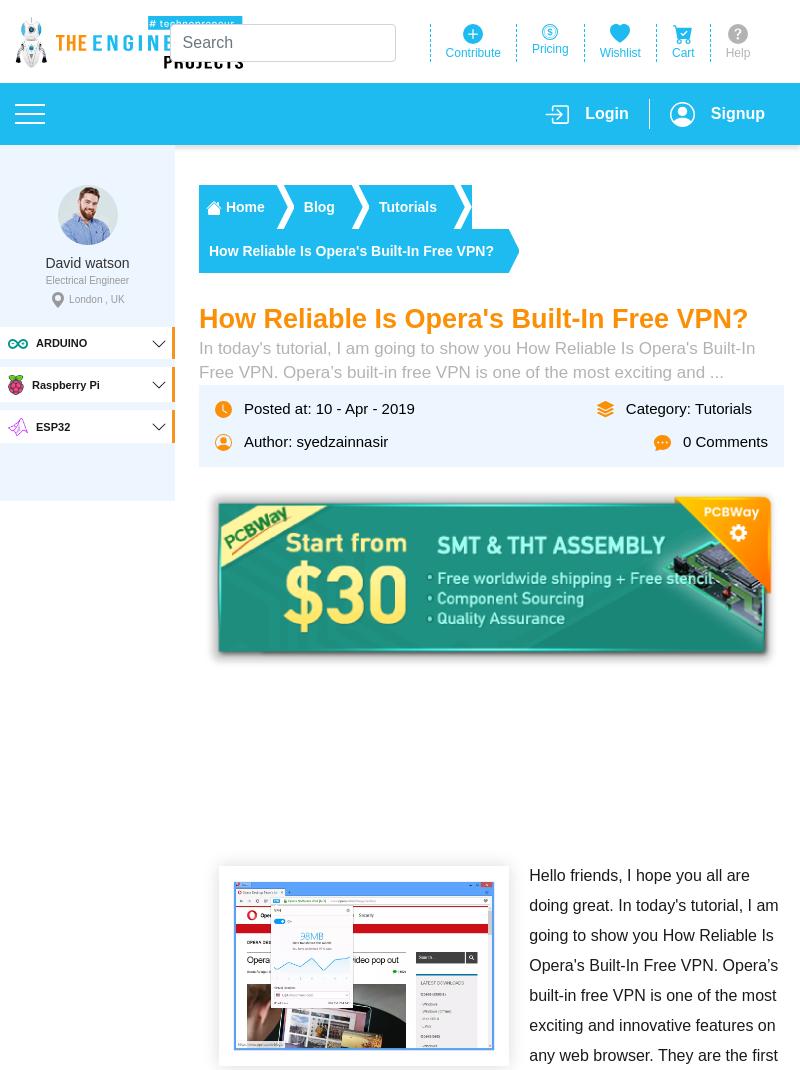 The height and width of the screenshot is (1070, 800). Describe the element at coordinates (270, 440) in the screenshot. I see `'Author:'` at that location.